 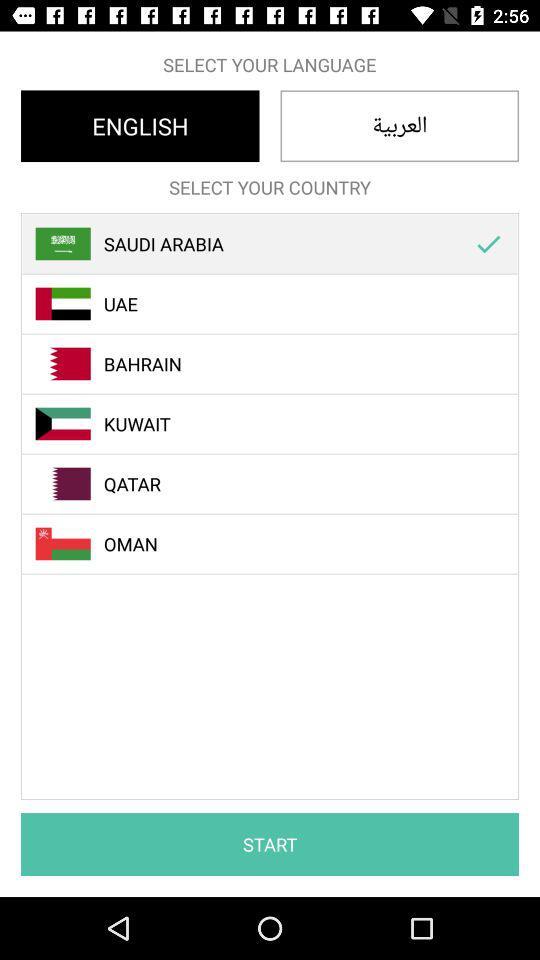 What do you see at coordinates (280, 424) in the screenshot?
I see `the item below the bahrain` at bounding box center [280, 424].